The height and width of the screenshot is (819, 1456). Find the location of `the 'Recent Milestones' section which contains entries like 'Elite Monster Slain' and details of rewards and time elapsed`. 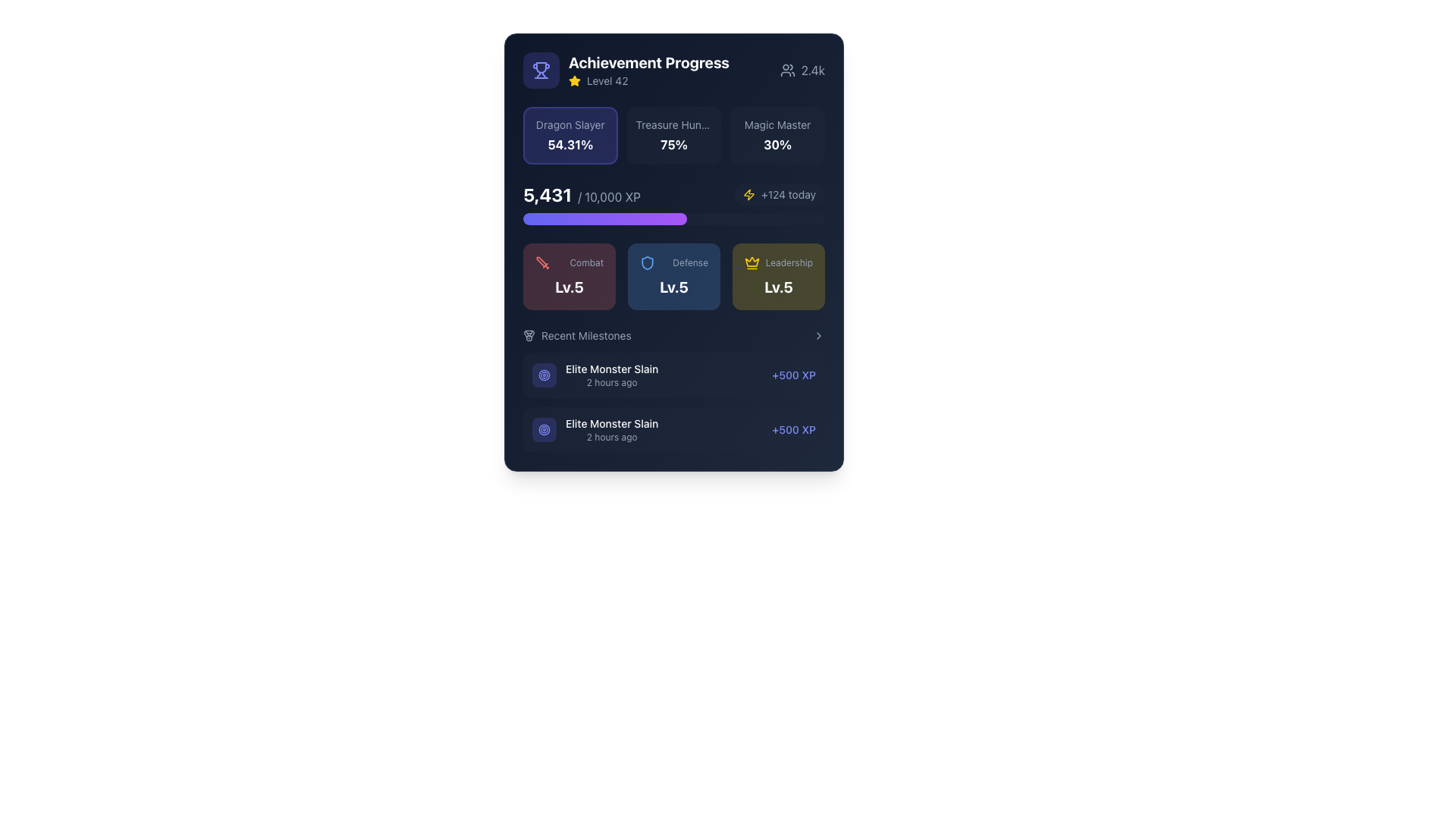

the 'Recent Milestones' section which contains entries like 'Elite Monster Slain' and details of rewards and time elapsed is located at coordinates (673, 390).